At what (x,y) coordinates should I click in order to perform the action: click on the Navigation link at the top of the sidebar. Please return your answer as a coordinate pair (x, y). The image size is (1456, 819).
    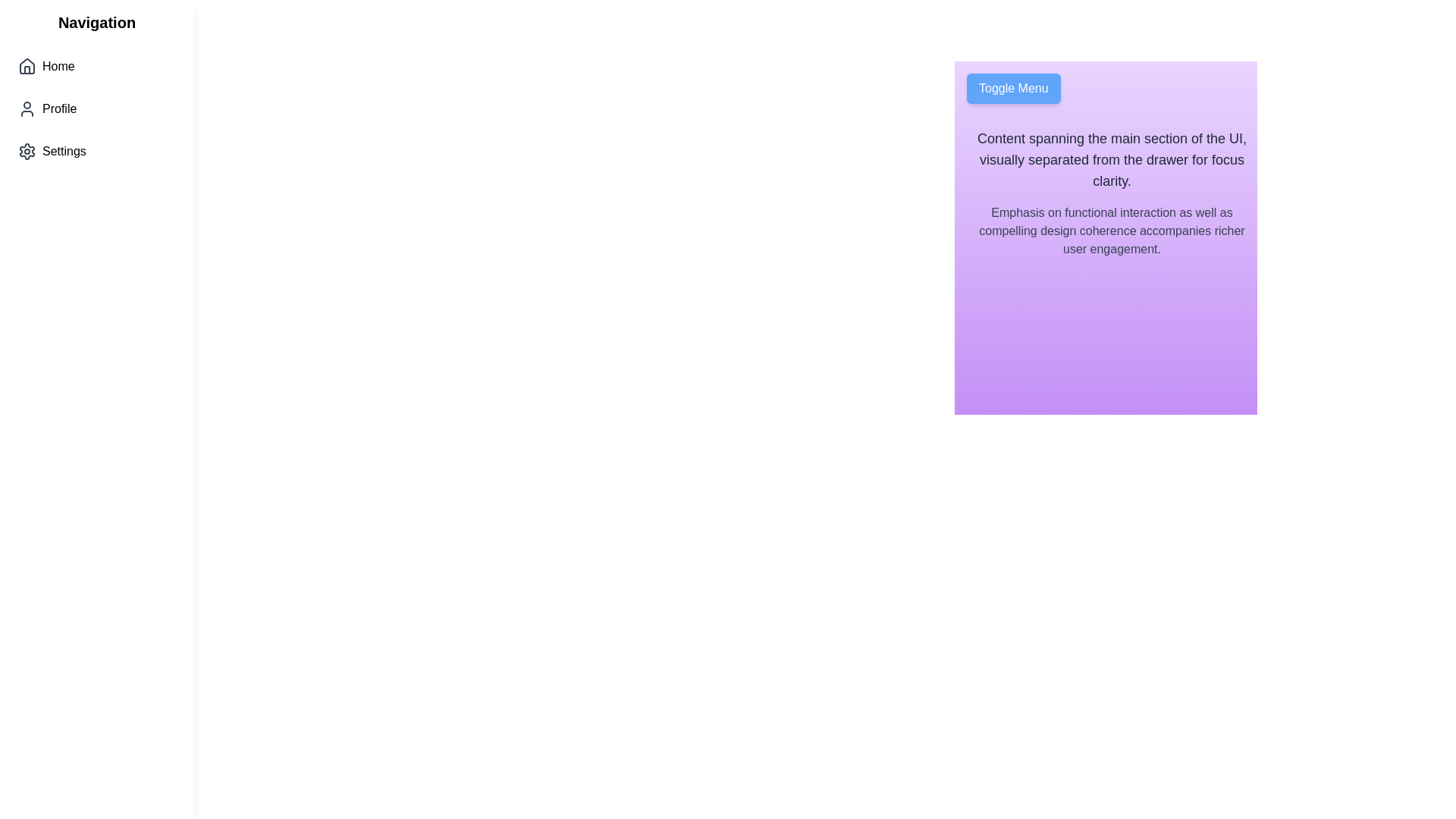
    Looking at the image, I should click on (96, 66).